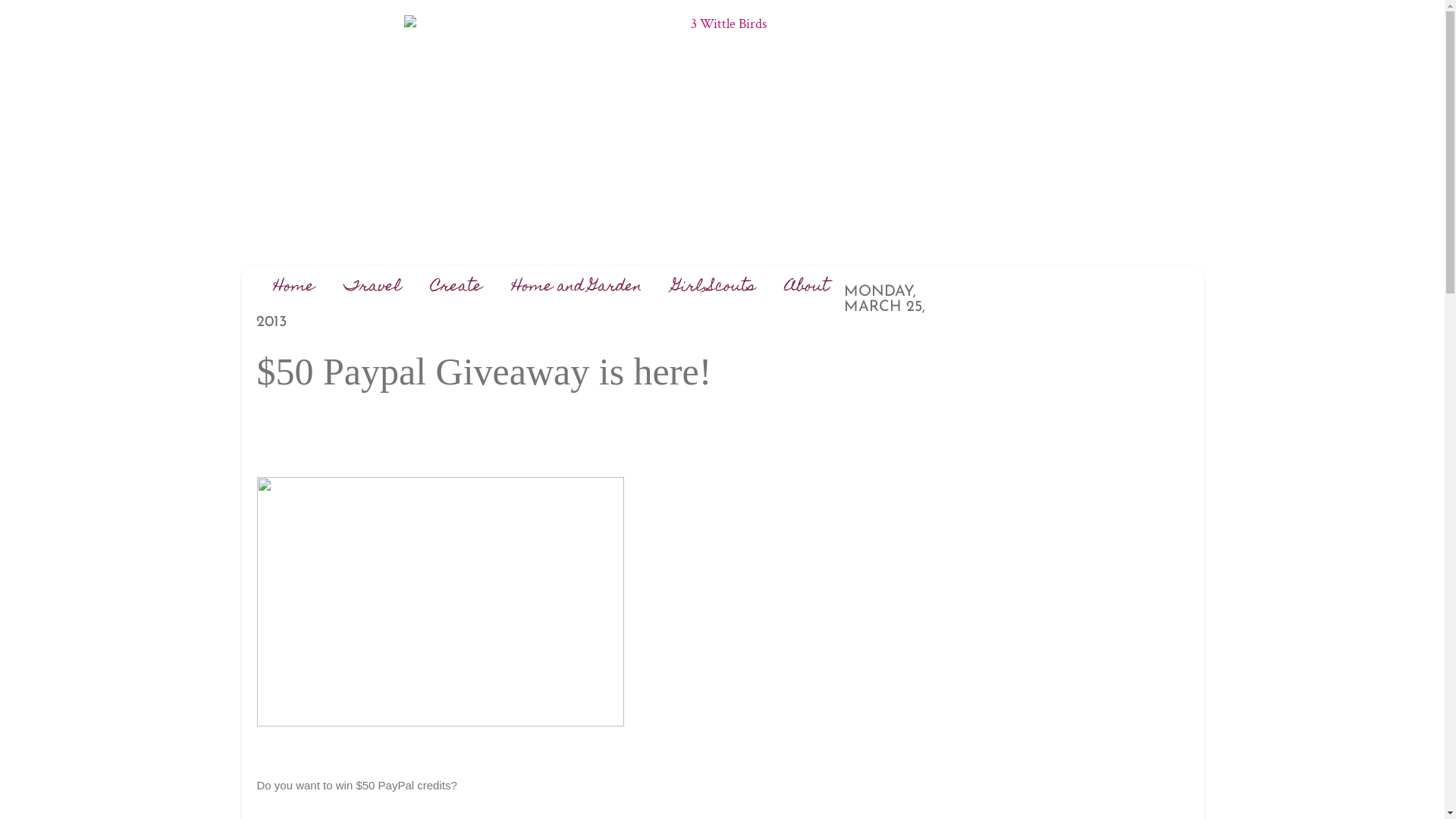 The width and height of the screenshot is (1456, 819). What do you see at coordinates (771, 287) in the screenshot?
I see `'About'` at bounding box center [771, 287].